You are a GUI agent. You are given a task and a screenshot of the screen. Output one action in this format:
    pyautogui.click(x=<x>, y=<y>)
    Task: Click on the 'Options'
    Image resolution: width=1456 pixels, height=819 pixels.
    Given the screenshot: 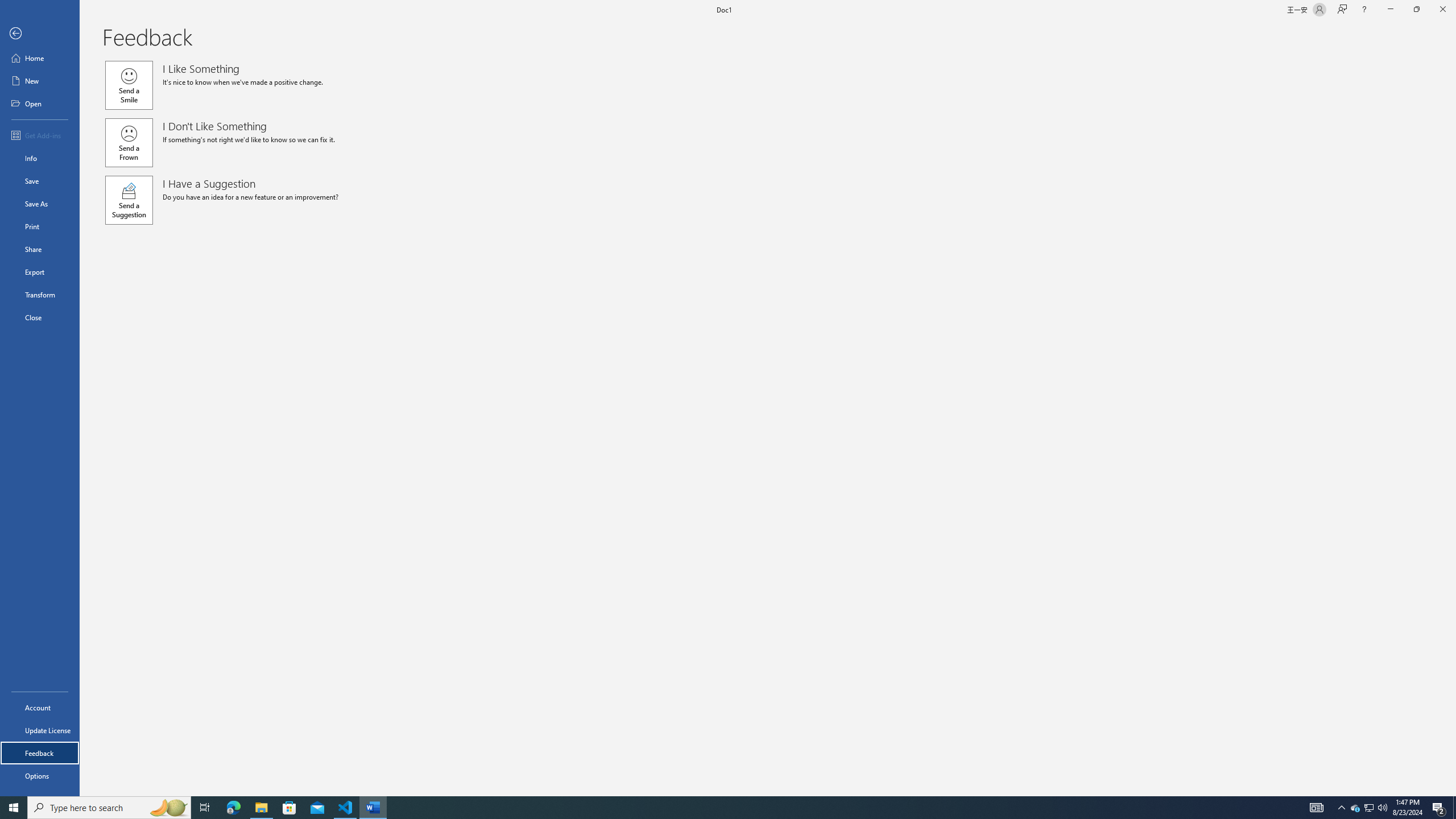 What is the action you would take?
    pyautogui.click(x=39, y=775)
    